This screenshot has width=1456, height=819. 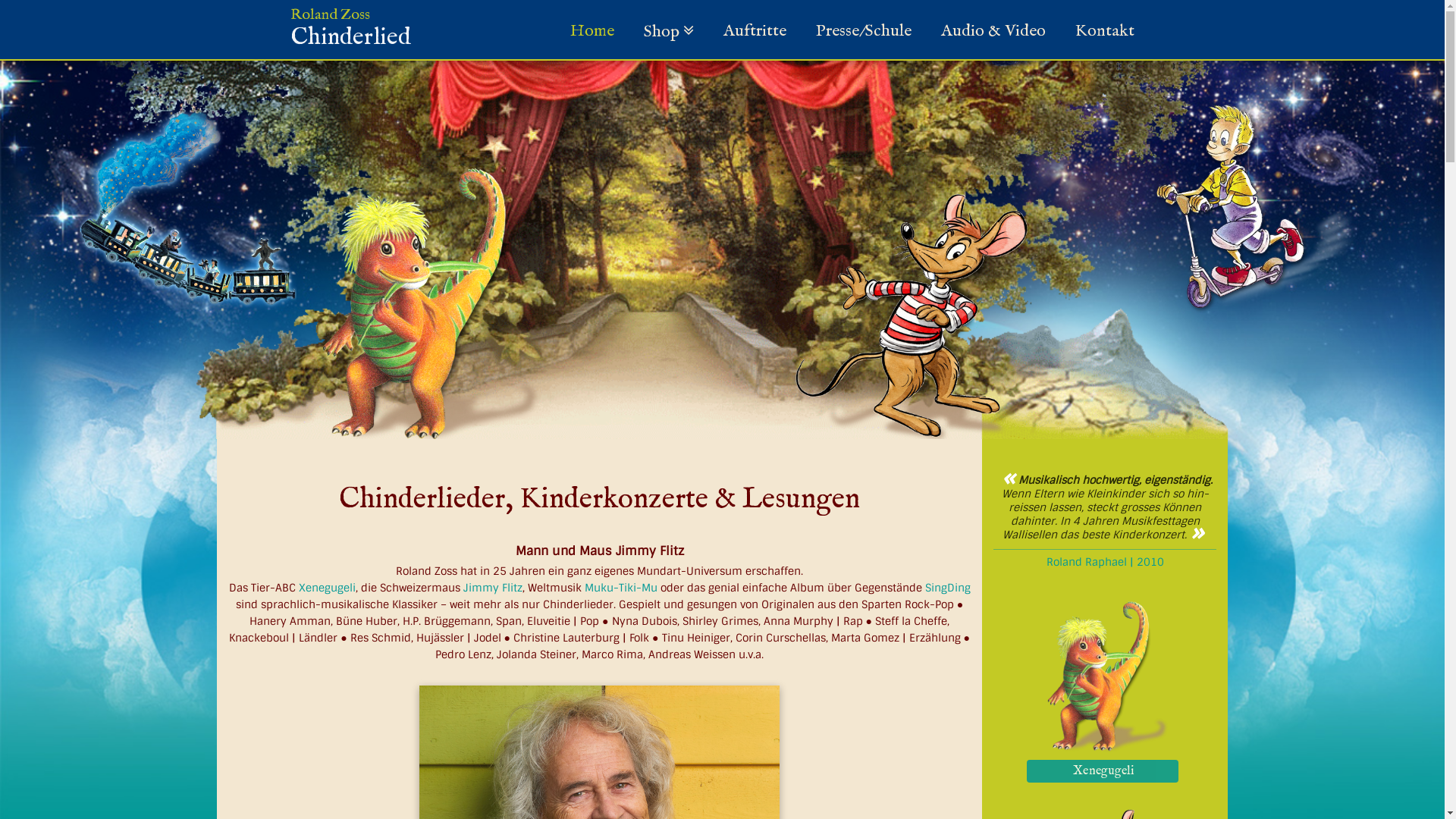 What do you see at coordinates (621, 587) in the screenshot?
I see `'Muku-Tiki-Mu'` at bounding box center [621, 587].